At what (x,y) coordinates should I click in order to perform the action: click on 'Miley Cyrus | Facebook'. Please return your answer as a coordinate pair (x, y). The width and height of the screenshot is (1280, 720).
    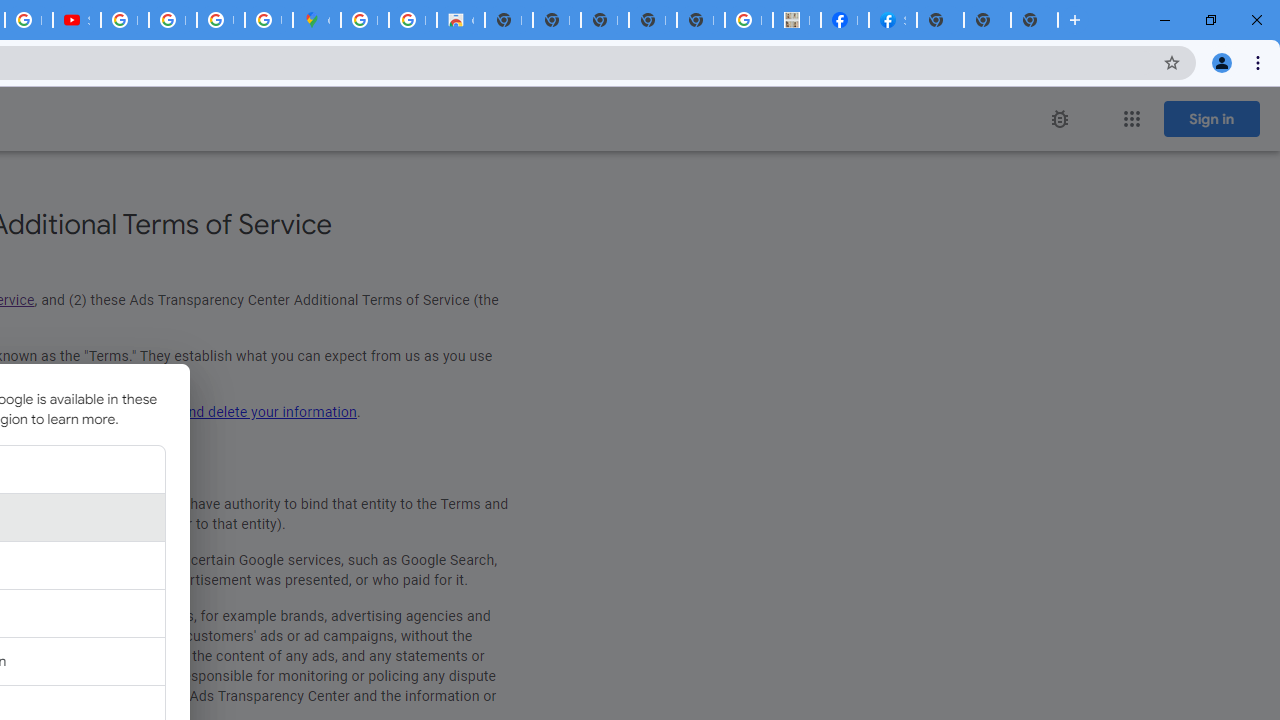
    Looking at the image, I should click on (844, 20).